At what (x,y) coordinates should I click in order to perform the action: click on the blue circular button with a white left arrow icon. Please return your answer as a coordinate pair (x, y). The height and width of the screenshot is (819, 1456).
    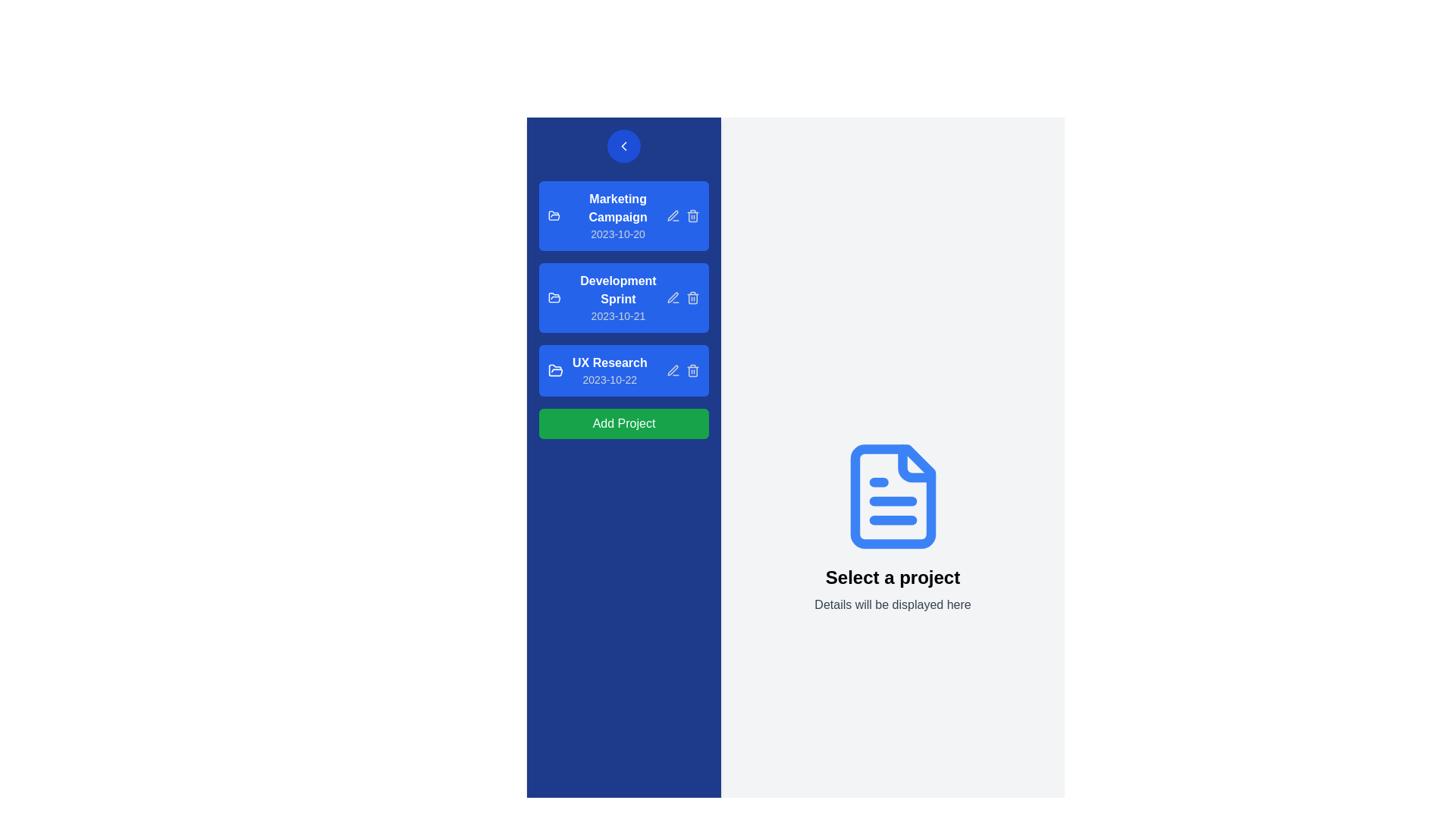
    Looking at the image, I should click on (623, 146).